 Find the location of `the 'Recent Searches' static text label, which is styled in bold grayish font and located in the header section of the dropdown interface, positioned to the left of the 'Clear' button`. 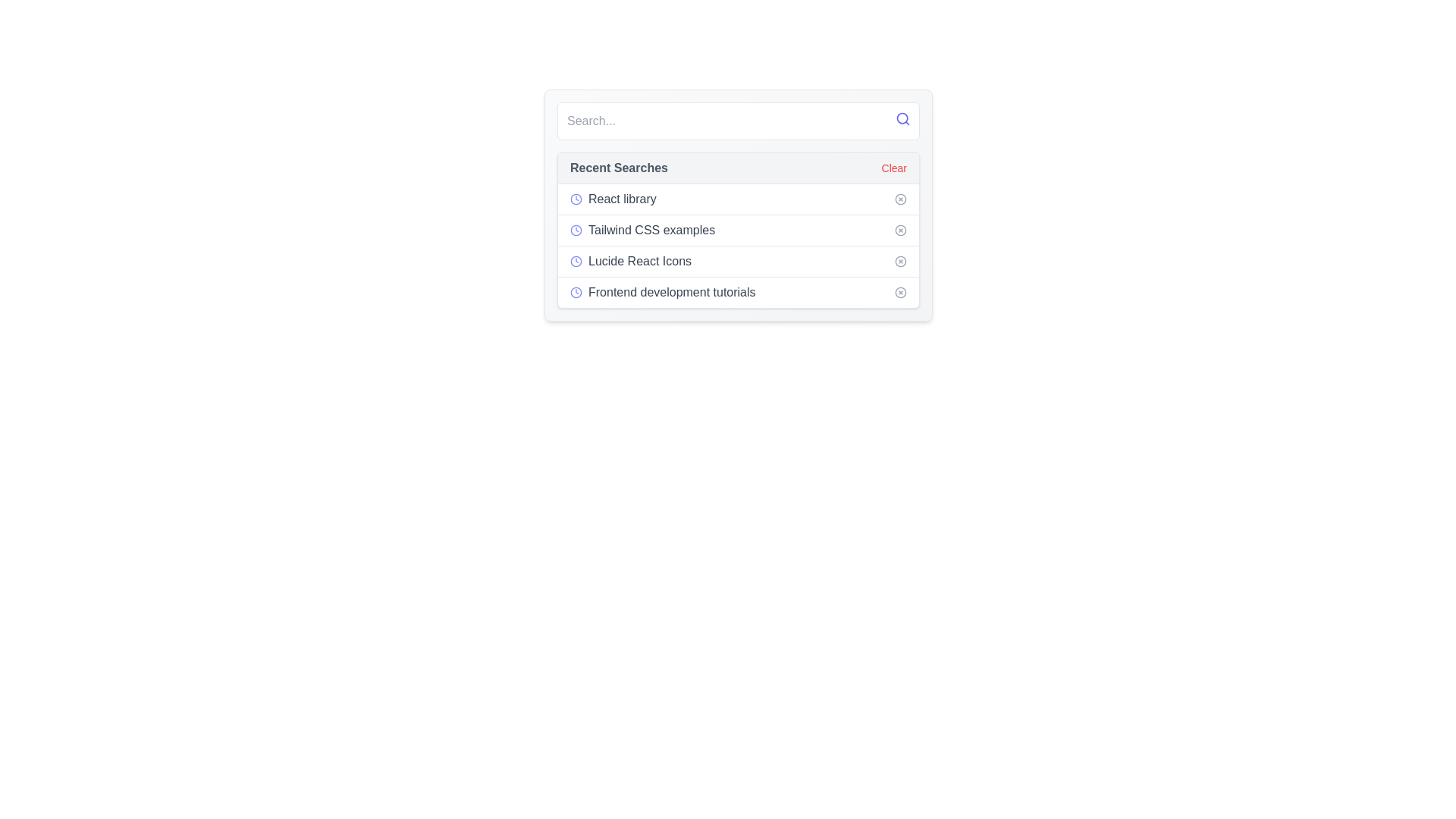

the 'Recent Searches' static text label, which is styled in bold grayish font and located in the header section of the dropdown interface, positioned to the left of the 'Clear' button is located at coordinates (619, 168).